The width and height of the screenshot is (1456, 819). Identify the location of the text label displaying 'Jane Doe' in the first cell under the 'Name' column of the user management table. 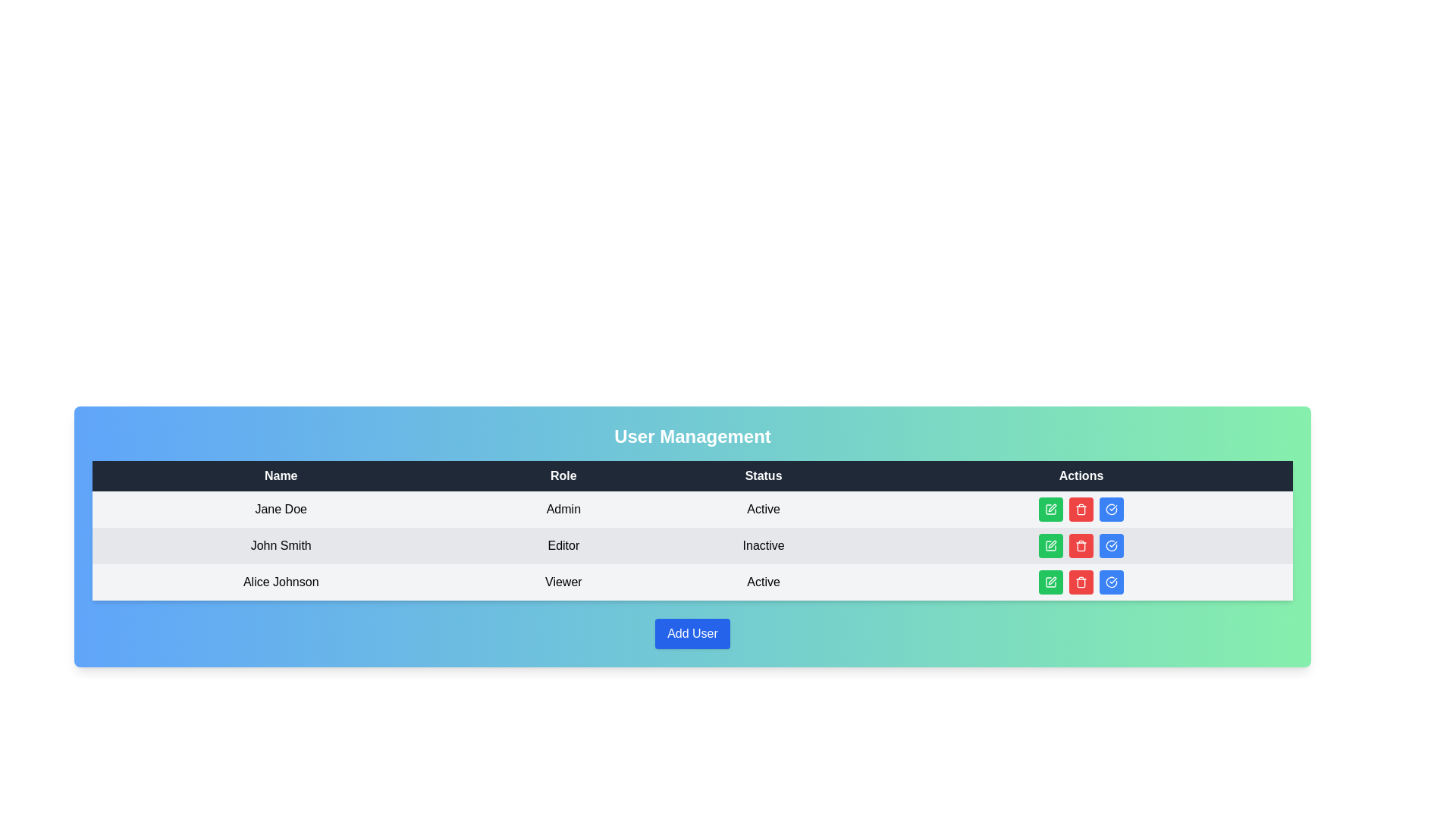
(281, 509).